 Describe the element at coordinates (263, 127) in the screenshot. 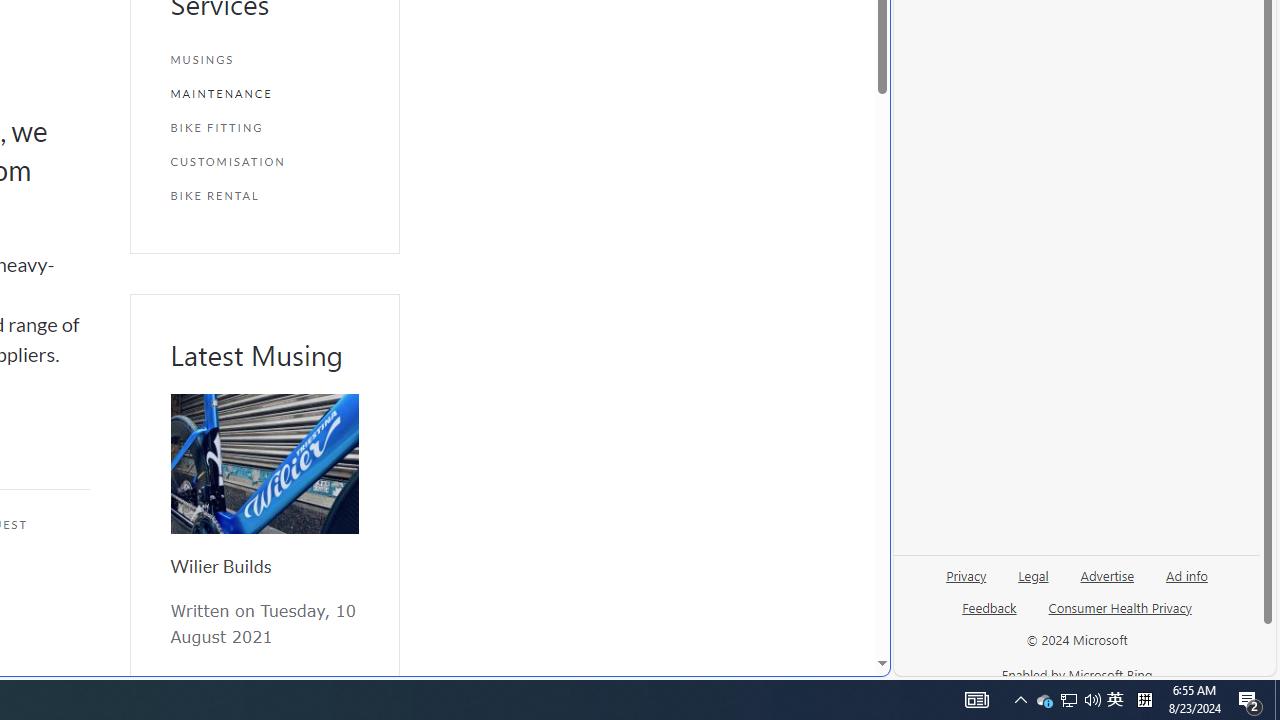

I see `'BIKE FITTING'` at that location.